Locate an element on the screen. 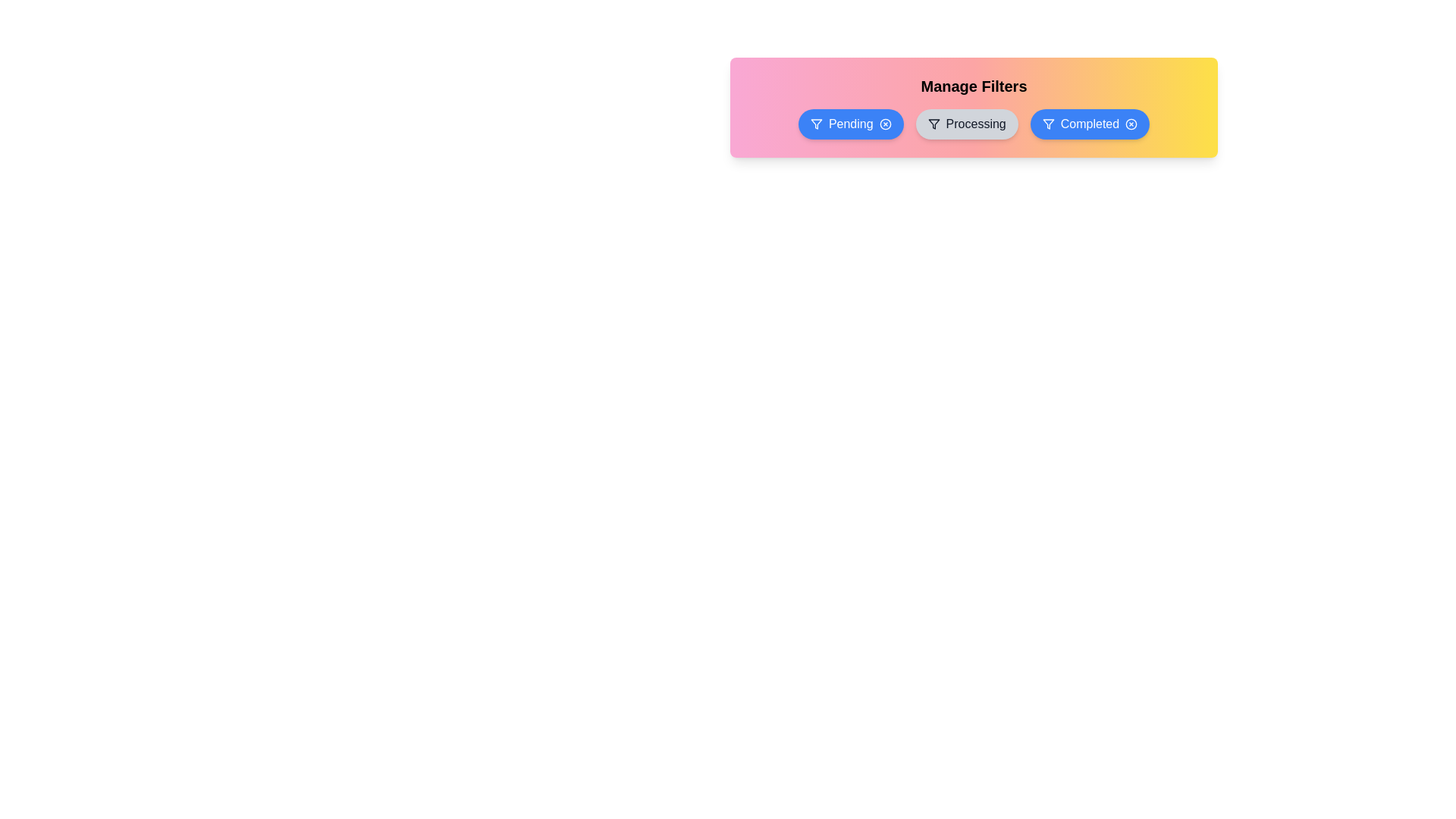 The width and height of the screenshot is (1456, 819). the filter Pending is located at coordinates (851, 124).